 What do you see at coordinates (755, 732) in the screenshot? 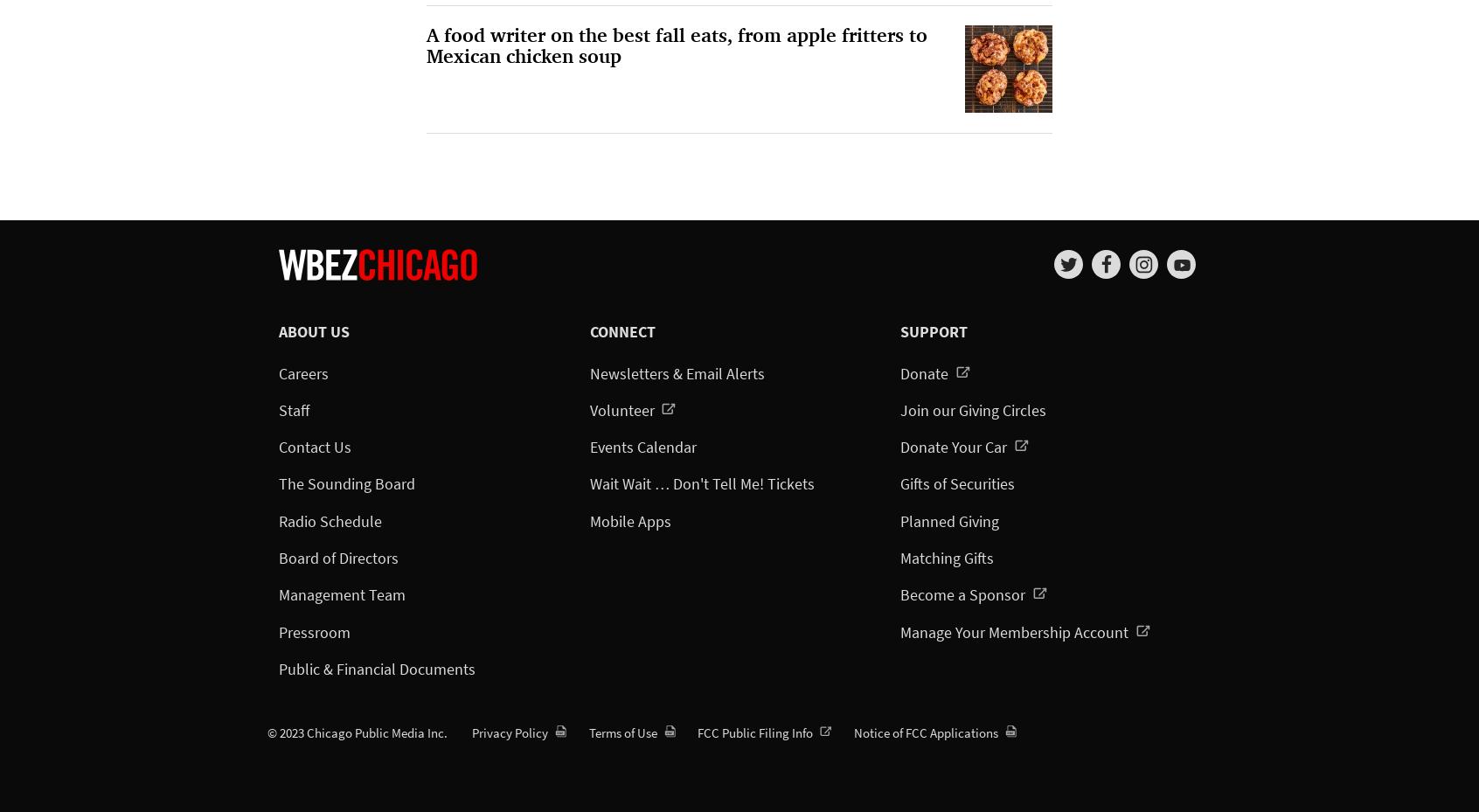
I see `'FCC Public Filing Info'` at bounding box center [755, 732].